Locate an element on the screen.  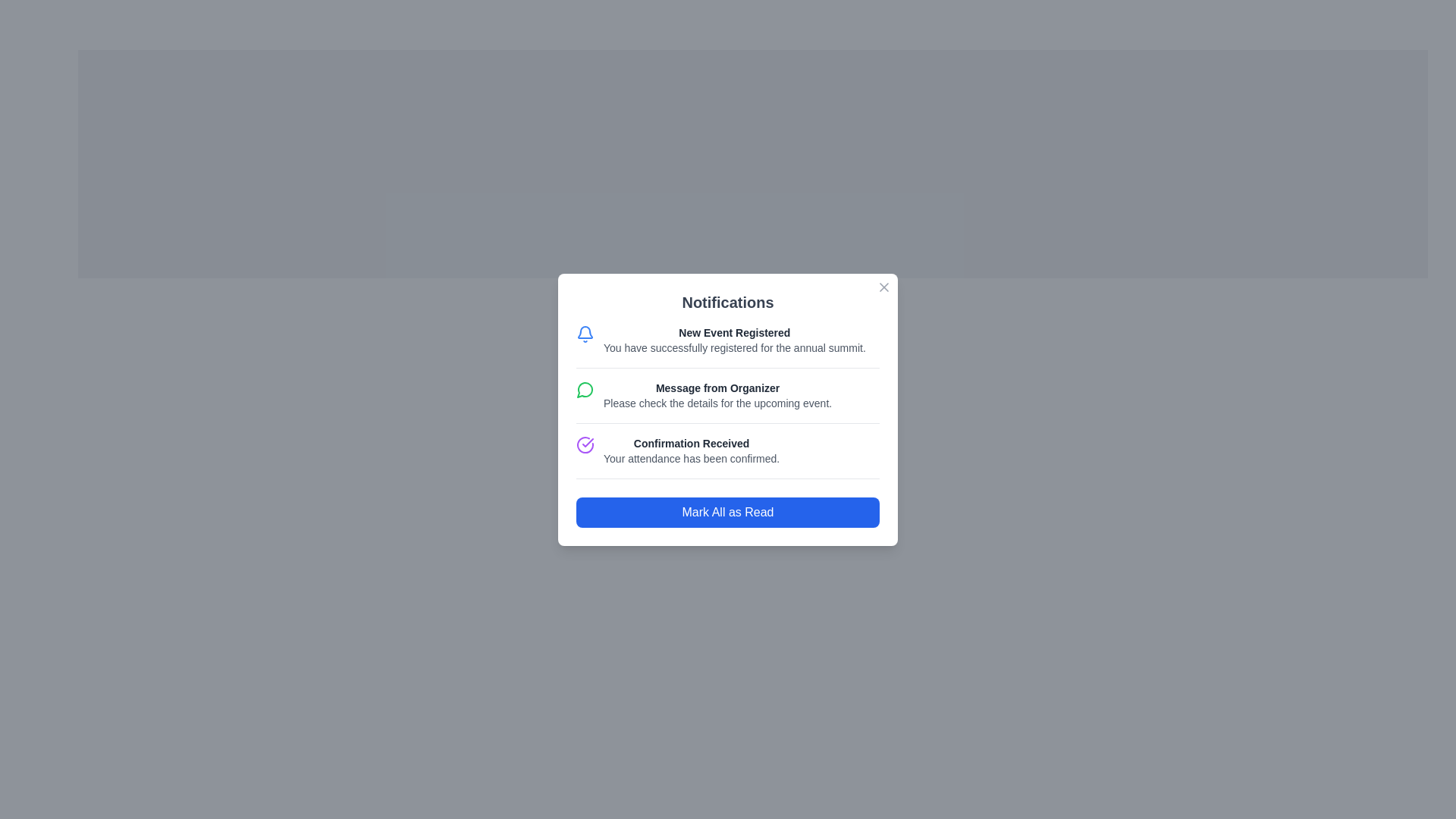
the speech bubble icon with a green outline located to the left of the notification text 'Message from Organizer.' is located at coordinates (585, 388).